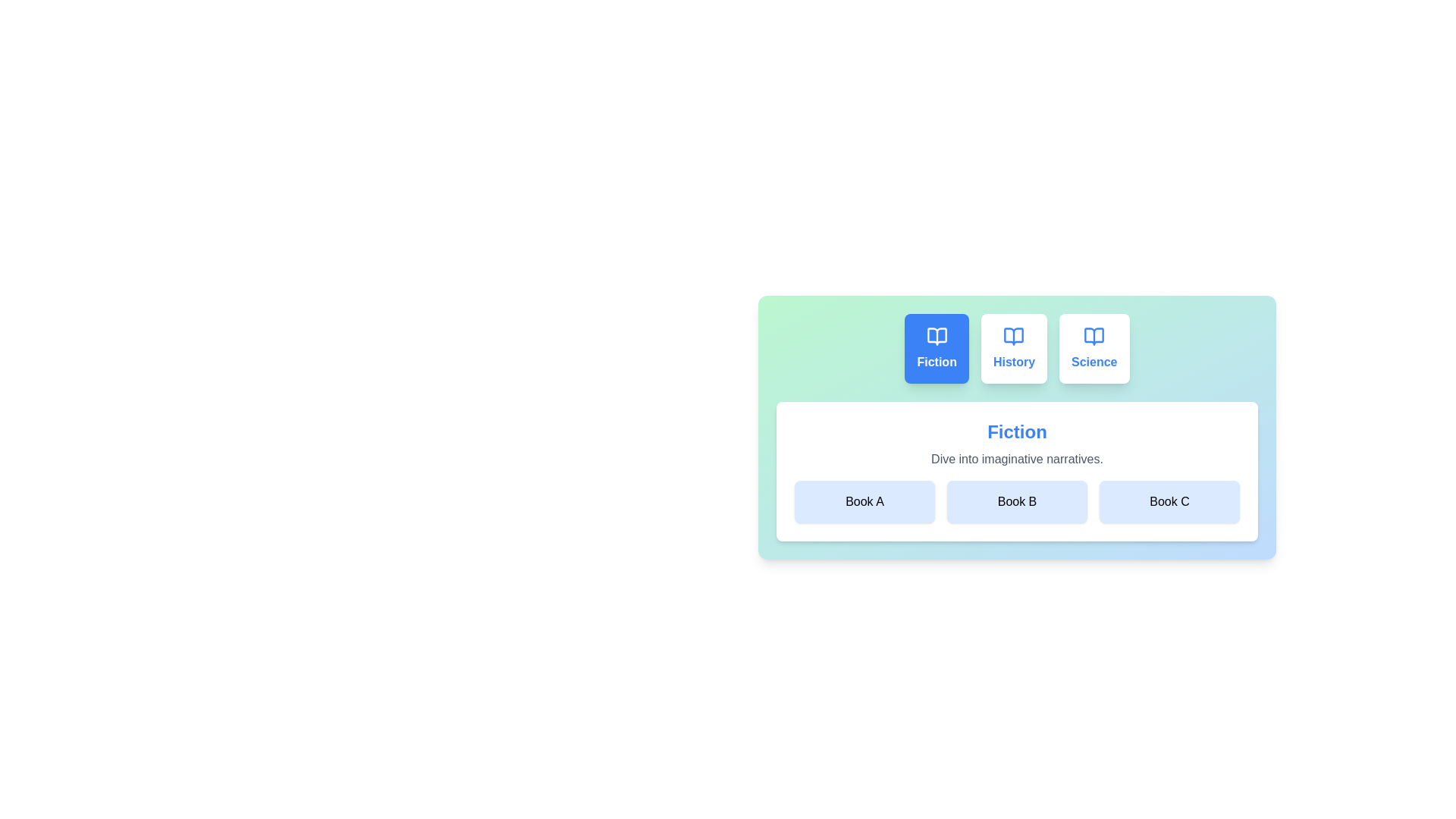 The image size is (1456, 819). Describe the element at coordinates (1094, 348) in the screenshot. I see `the Science tab to view its books and description` at that location.